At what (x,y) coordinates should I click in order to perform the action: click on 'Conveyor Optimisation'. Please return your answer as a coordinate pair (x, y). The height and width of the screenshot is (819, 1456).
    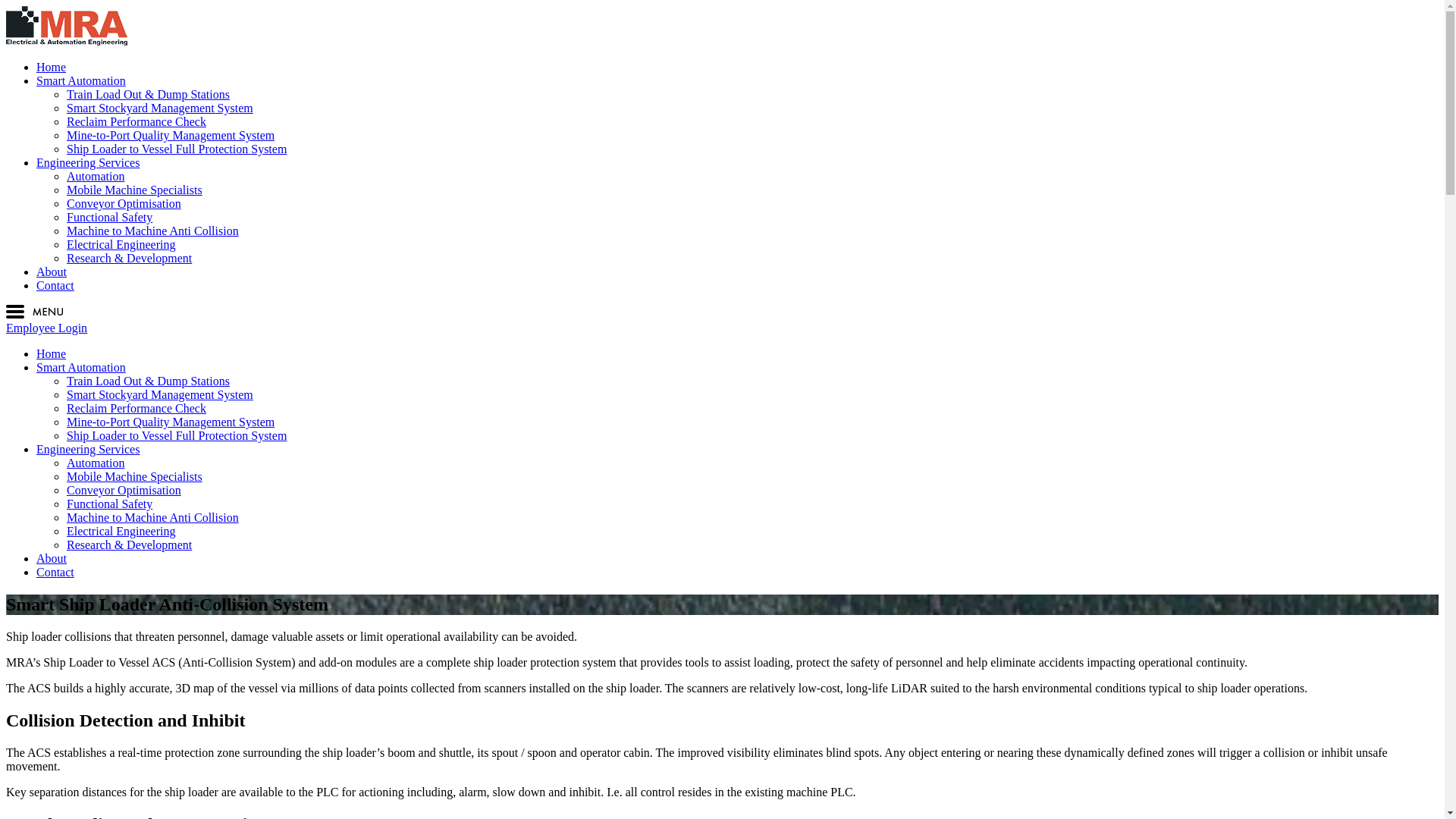
    Looking at the image, I should click on (124, 202).